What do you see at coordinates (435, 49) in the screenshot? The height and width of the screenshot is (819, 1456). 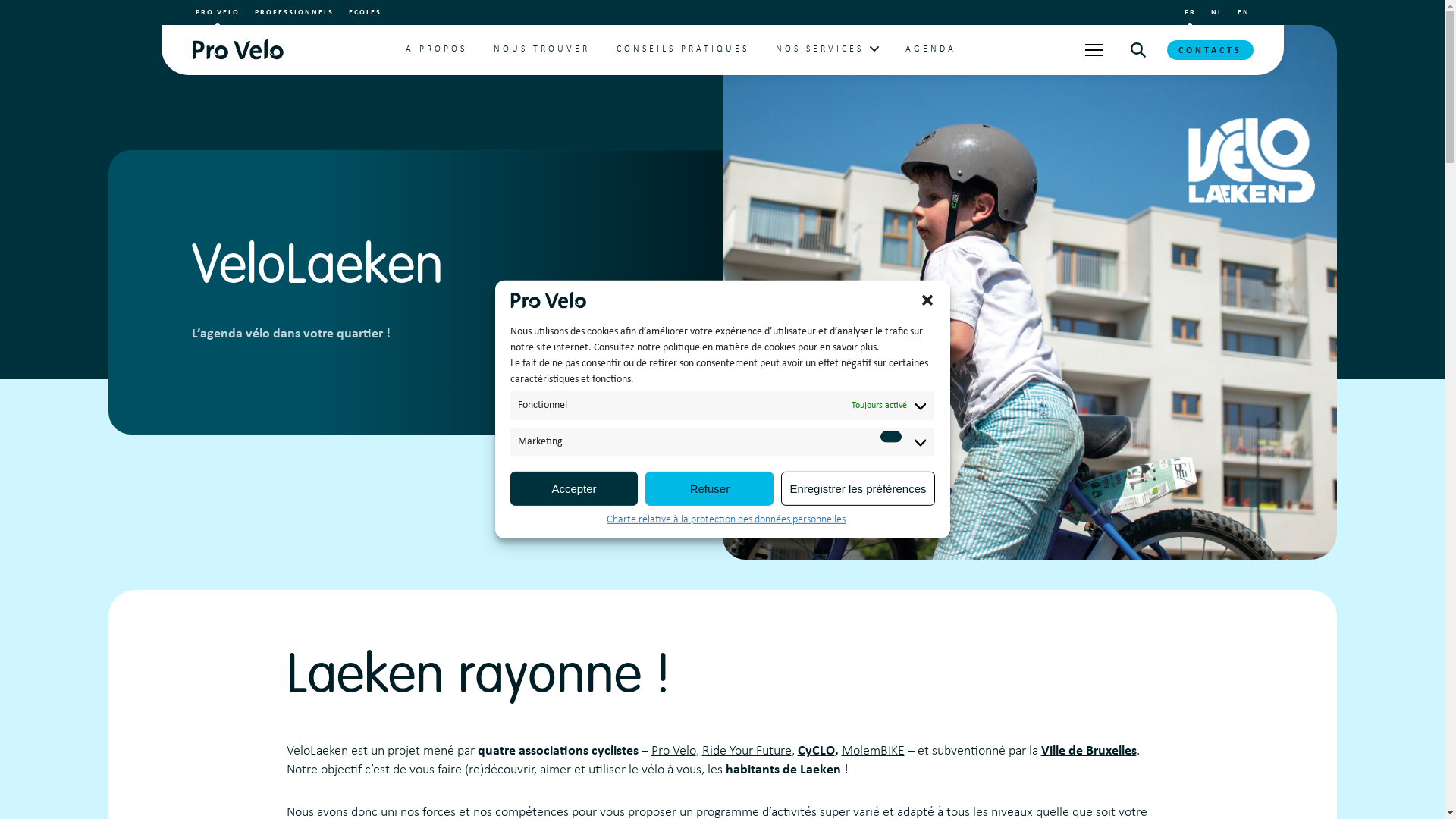 I see `'A PROPOS'` at bounding box center [435, 49].